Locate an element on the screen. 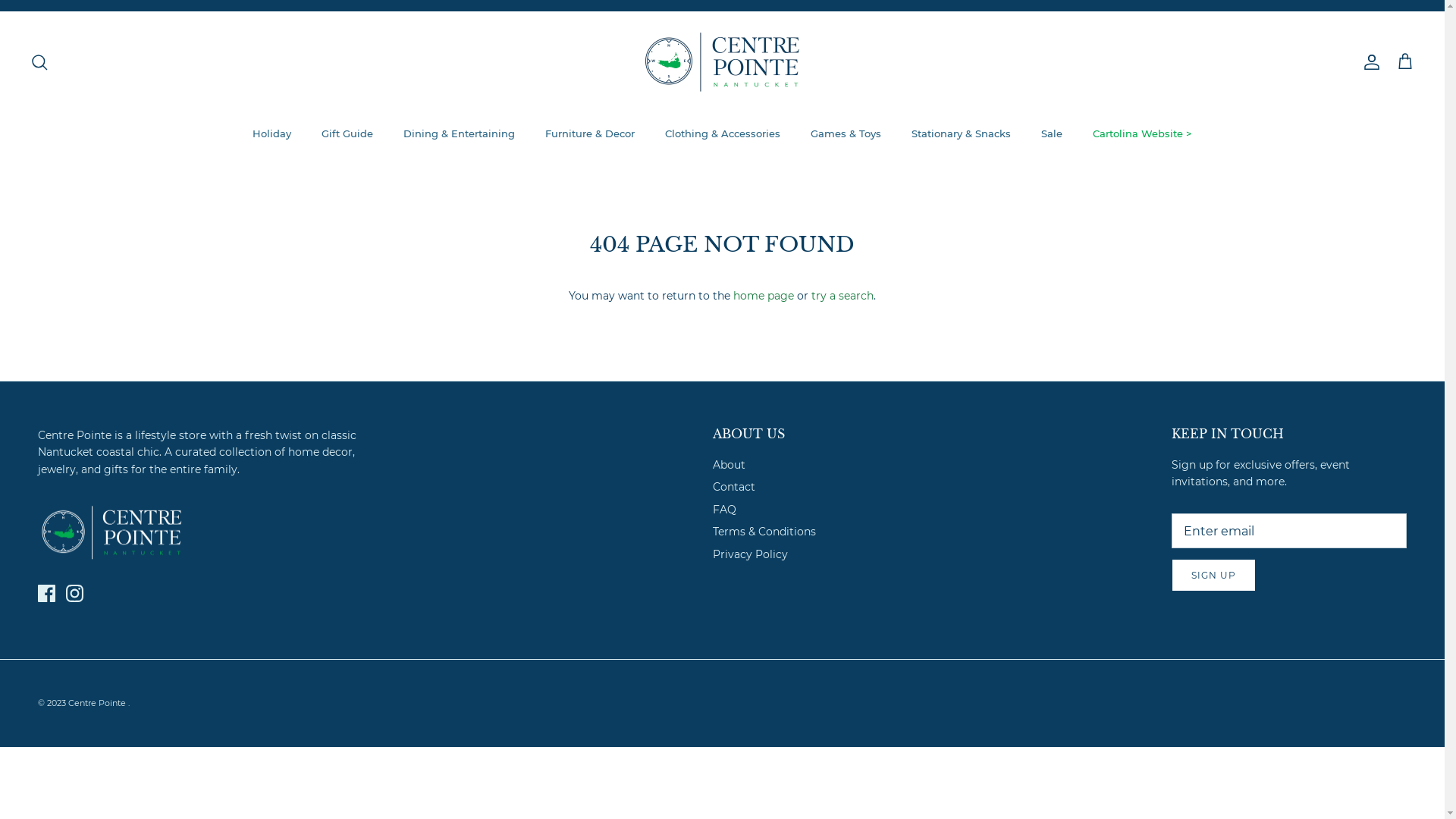 The height and width of the screenshot is (819, 1456). 'Cart' is located at coordinates (1404, 61).